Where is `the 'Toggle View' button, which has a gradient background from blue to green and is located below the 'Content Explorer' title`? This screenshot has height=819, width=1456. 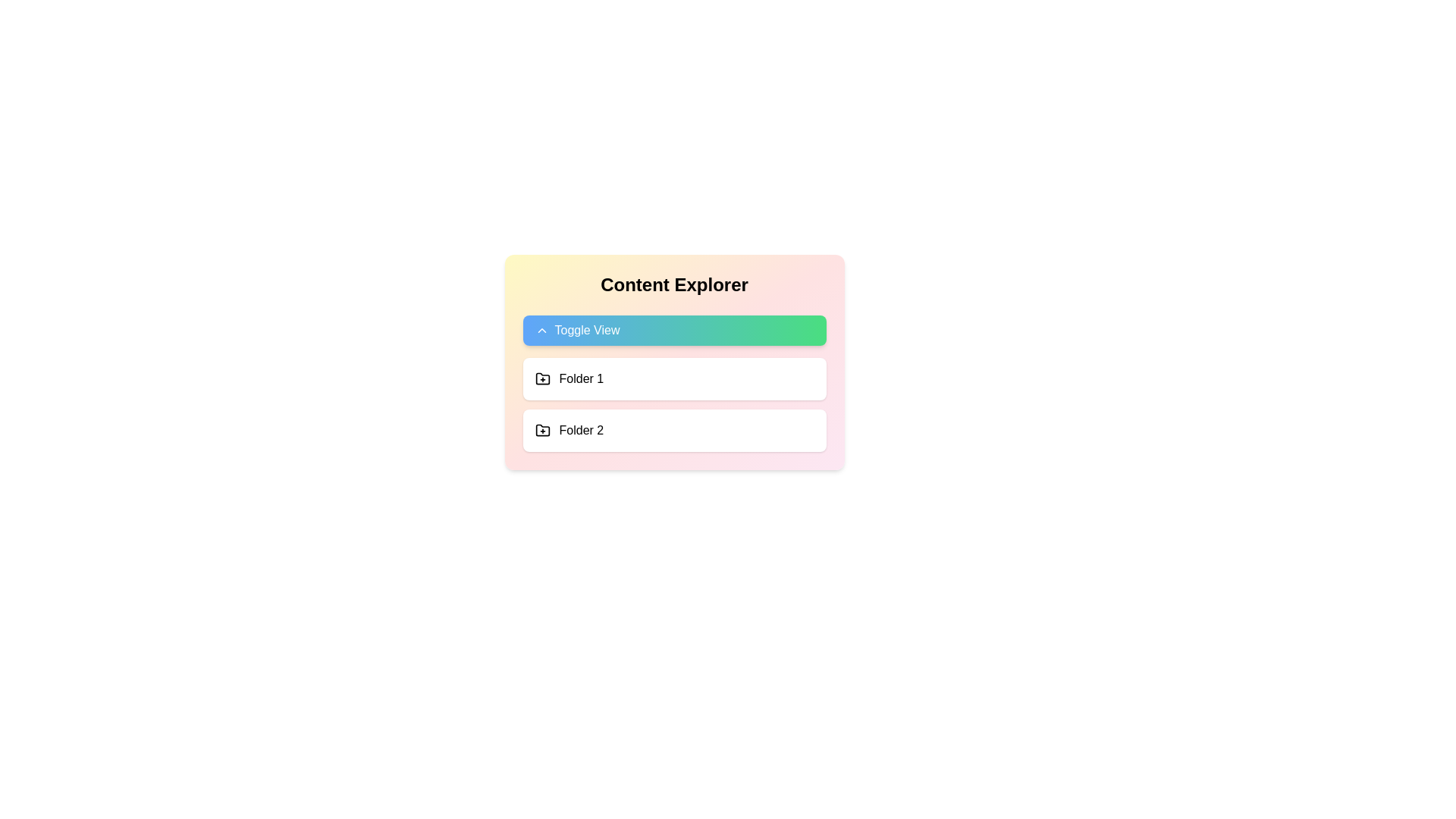 the 'Toggle View' button, which has a gradient background from blue to green and is located below the 'Content Explorer' title is located at coordinates (673, 329).